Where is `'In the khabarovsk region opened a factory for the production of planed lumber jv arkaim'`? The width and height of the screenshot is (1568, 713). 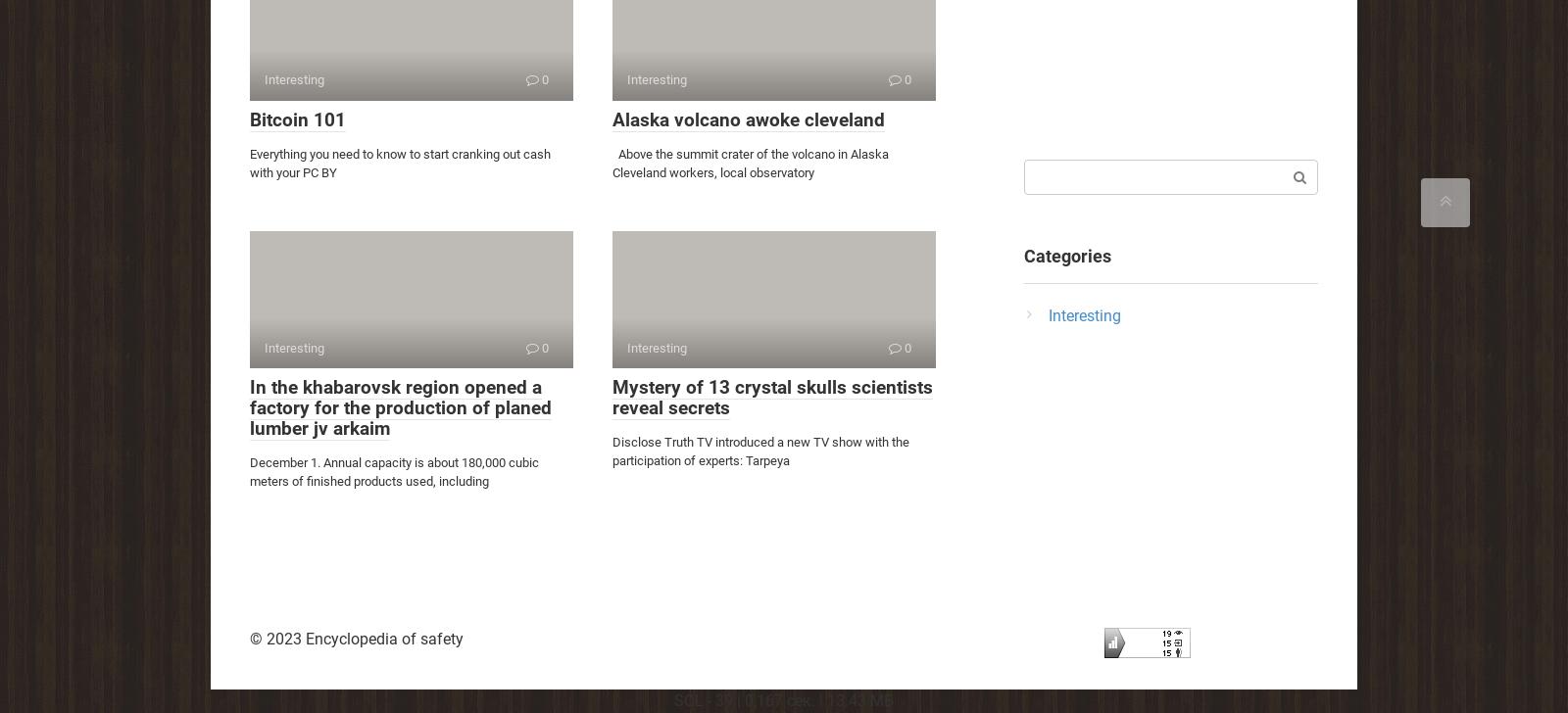 'In the khabarovsk region opened a factory for the production of planed lumber jv arkaim' is located at coordinates (399, 407).